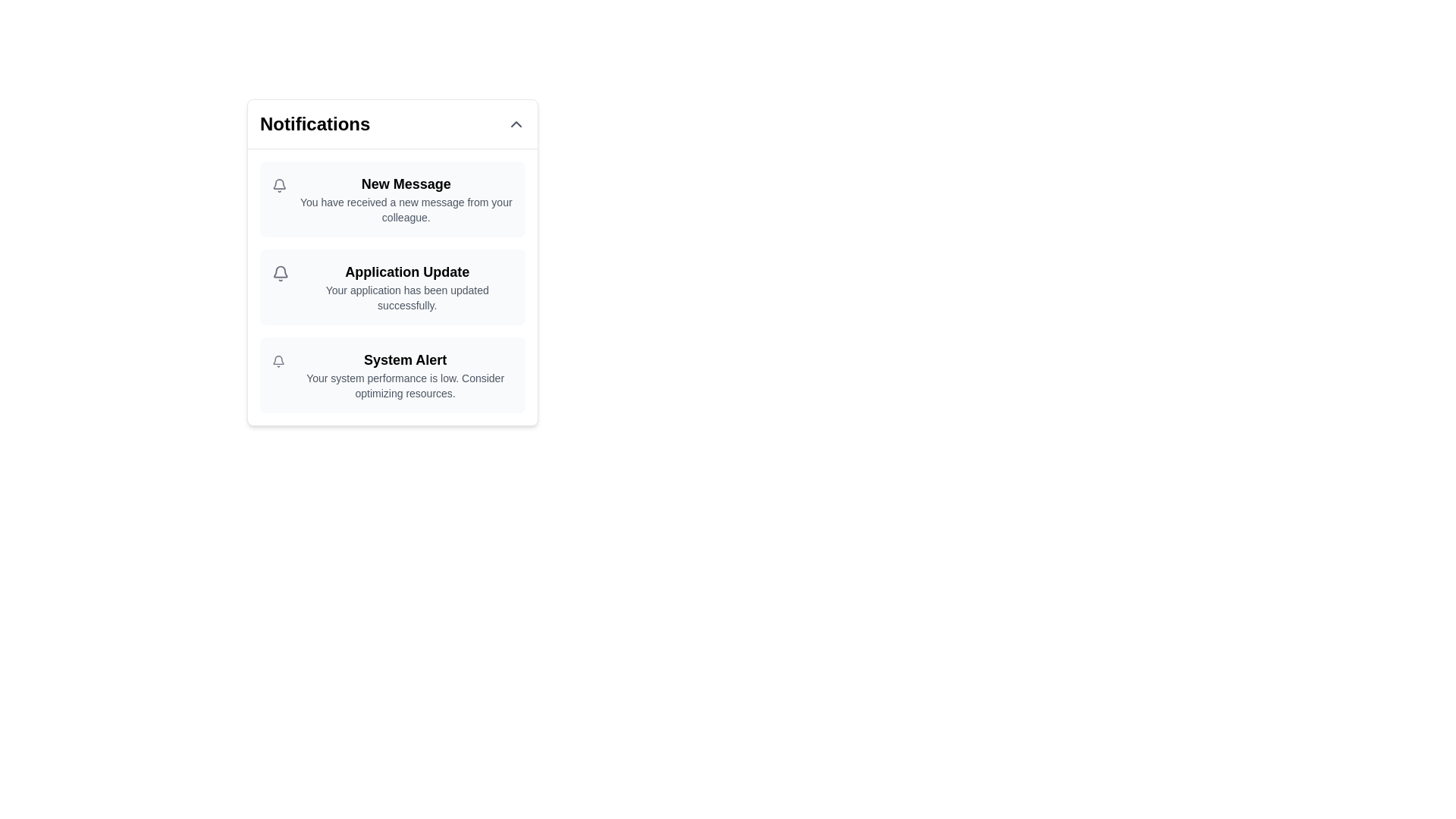  What do you see at coordinates (406, 210) in the screenshot?
I see `the text label displaying the message 'You have received a new message from your colleague.' located directly beneath the title 'New Message.'` at bounding box center [406, 210].